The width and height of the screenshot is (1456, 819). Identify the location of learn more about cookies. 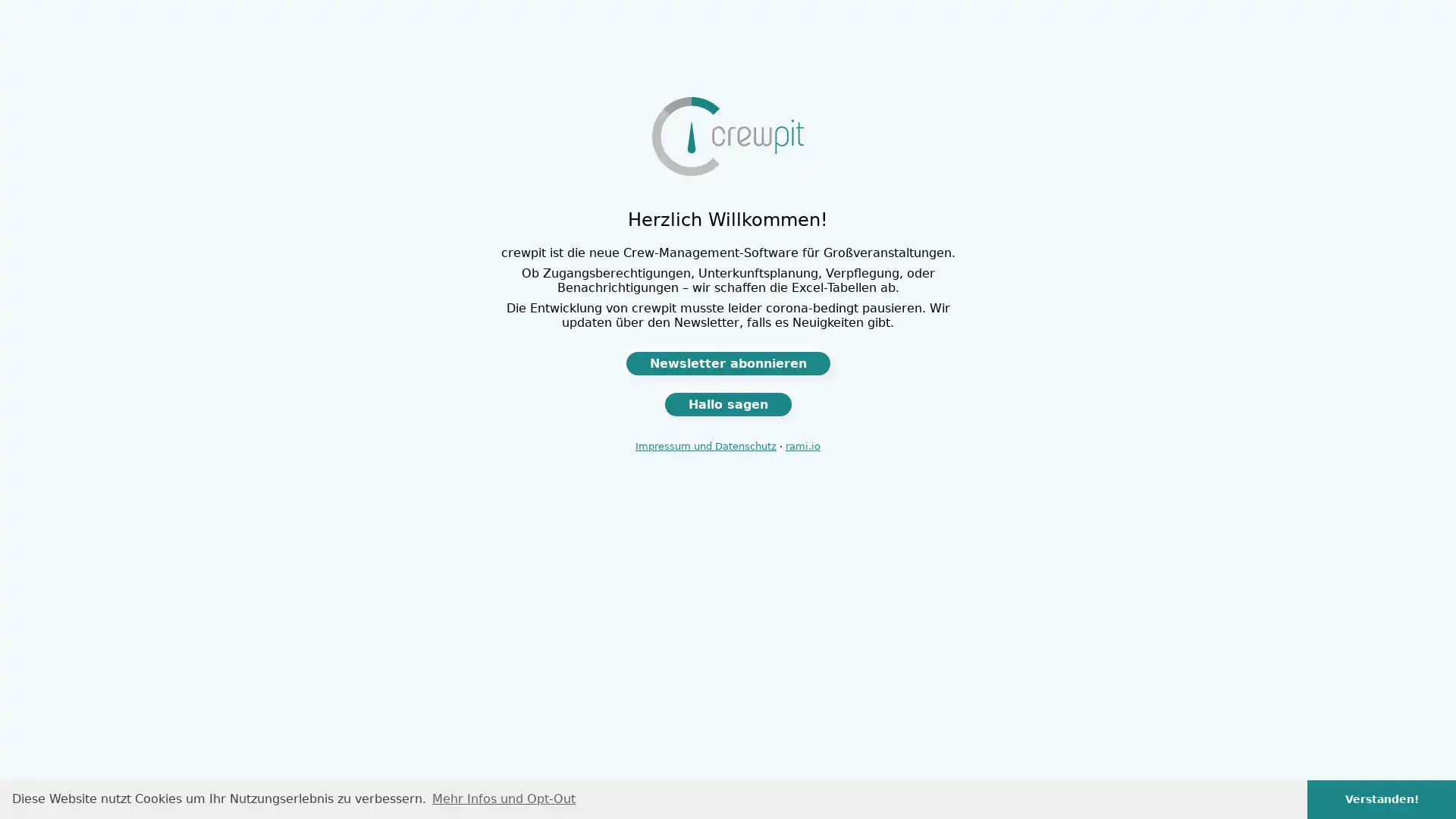
(504, 798).